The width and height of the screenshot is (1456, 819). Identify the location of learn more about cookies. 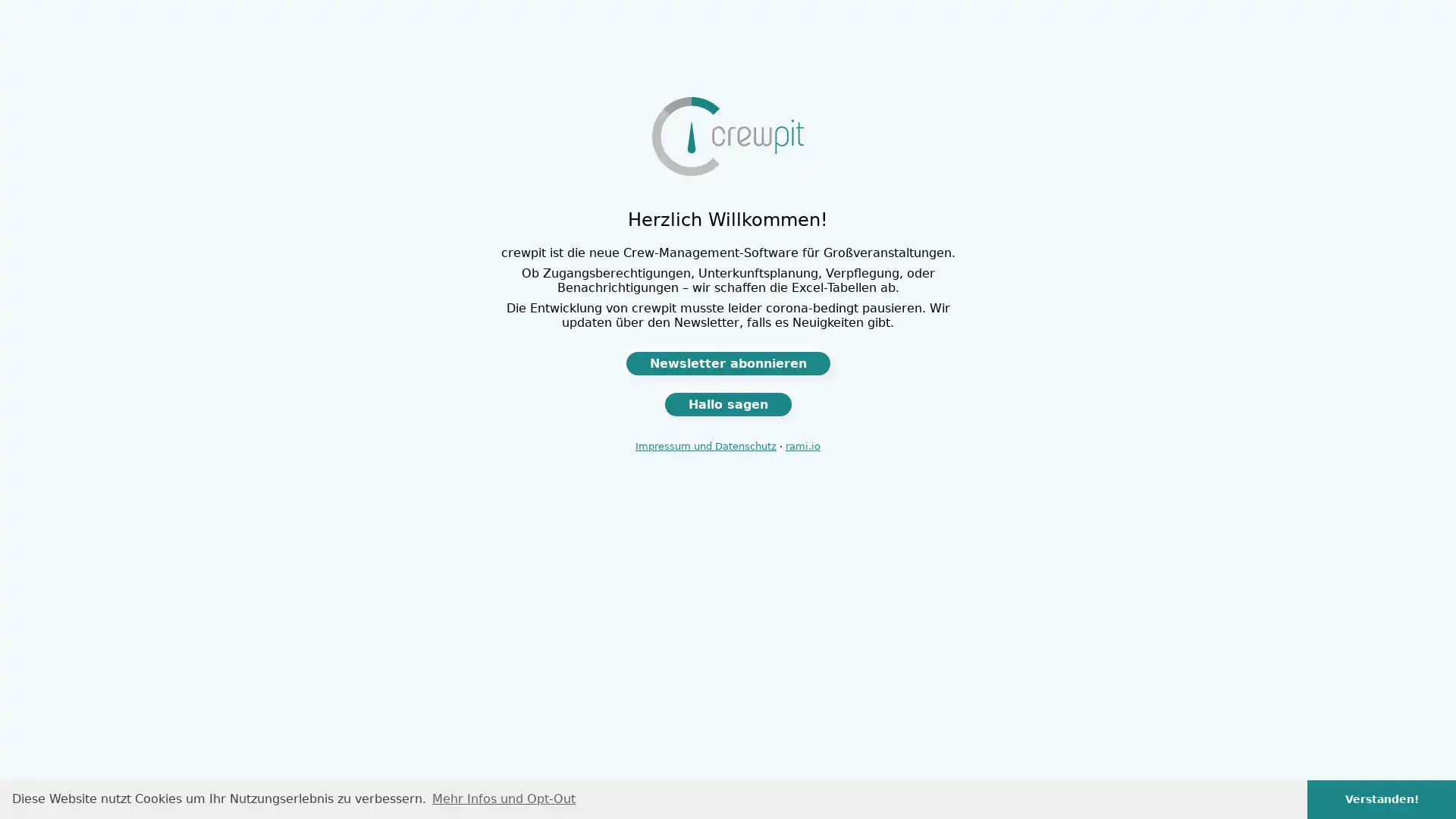
(504, 798).